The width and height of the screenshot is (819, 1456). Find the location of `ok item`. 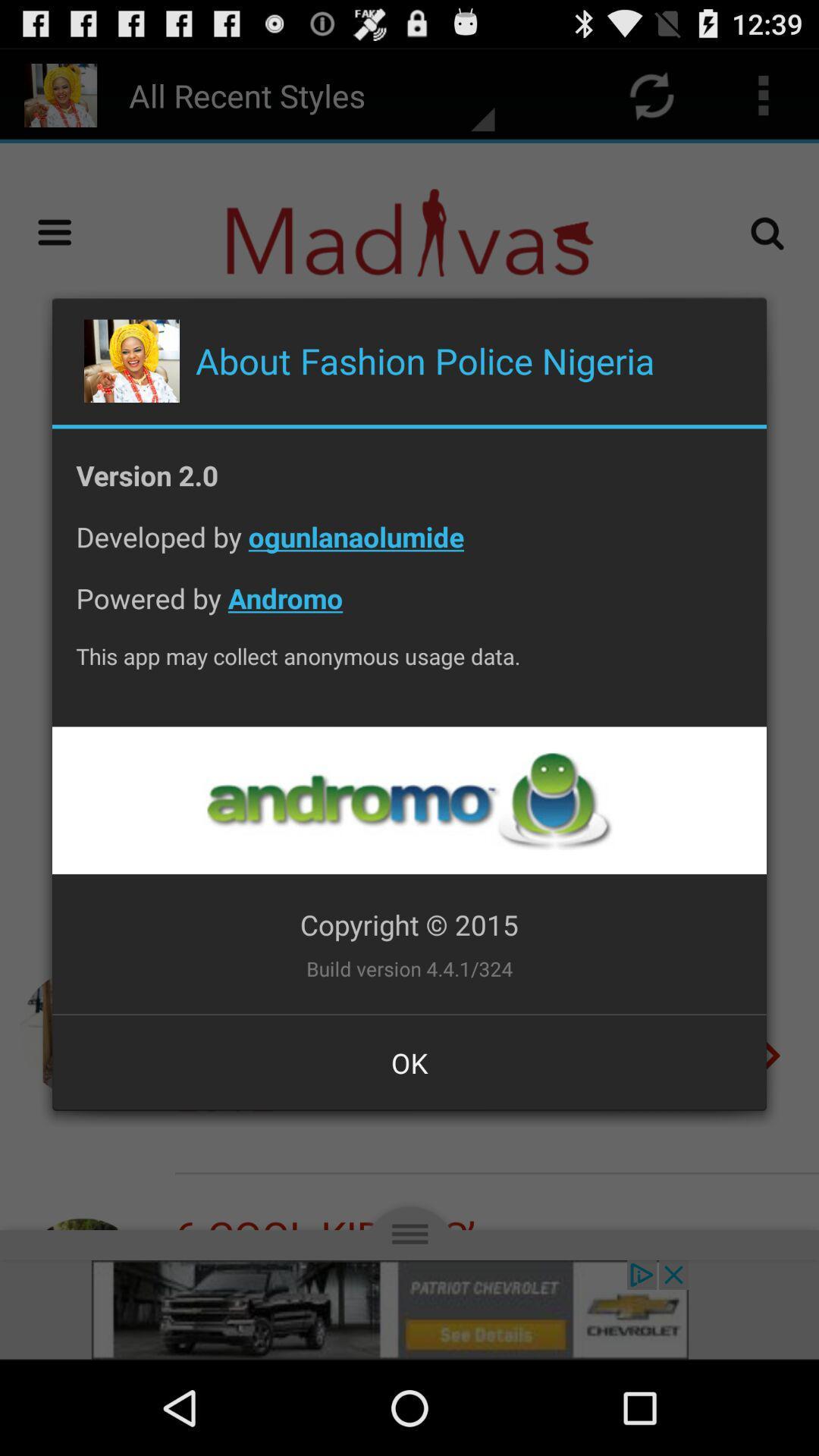

ok item is located at coordinates (409, 1062).